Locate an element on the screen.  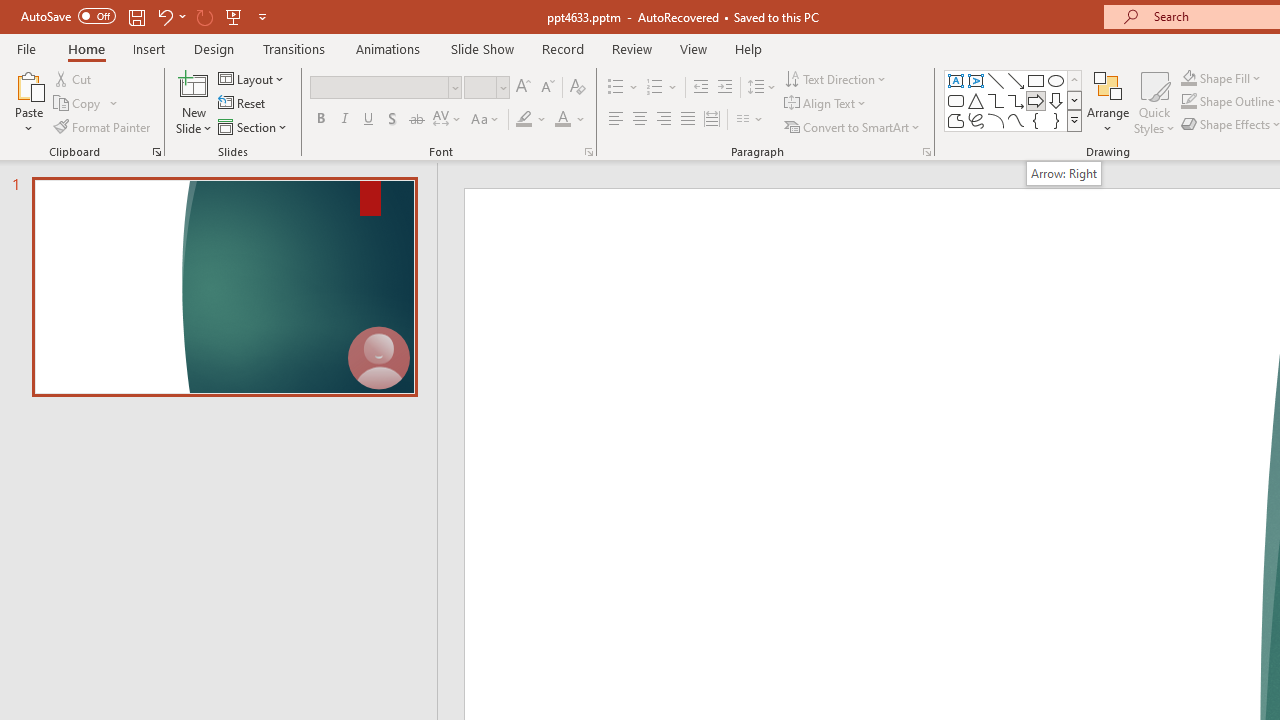
'Vertical Text Box' is located at coordinates (976, 80).